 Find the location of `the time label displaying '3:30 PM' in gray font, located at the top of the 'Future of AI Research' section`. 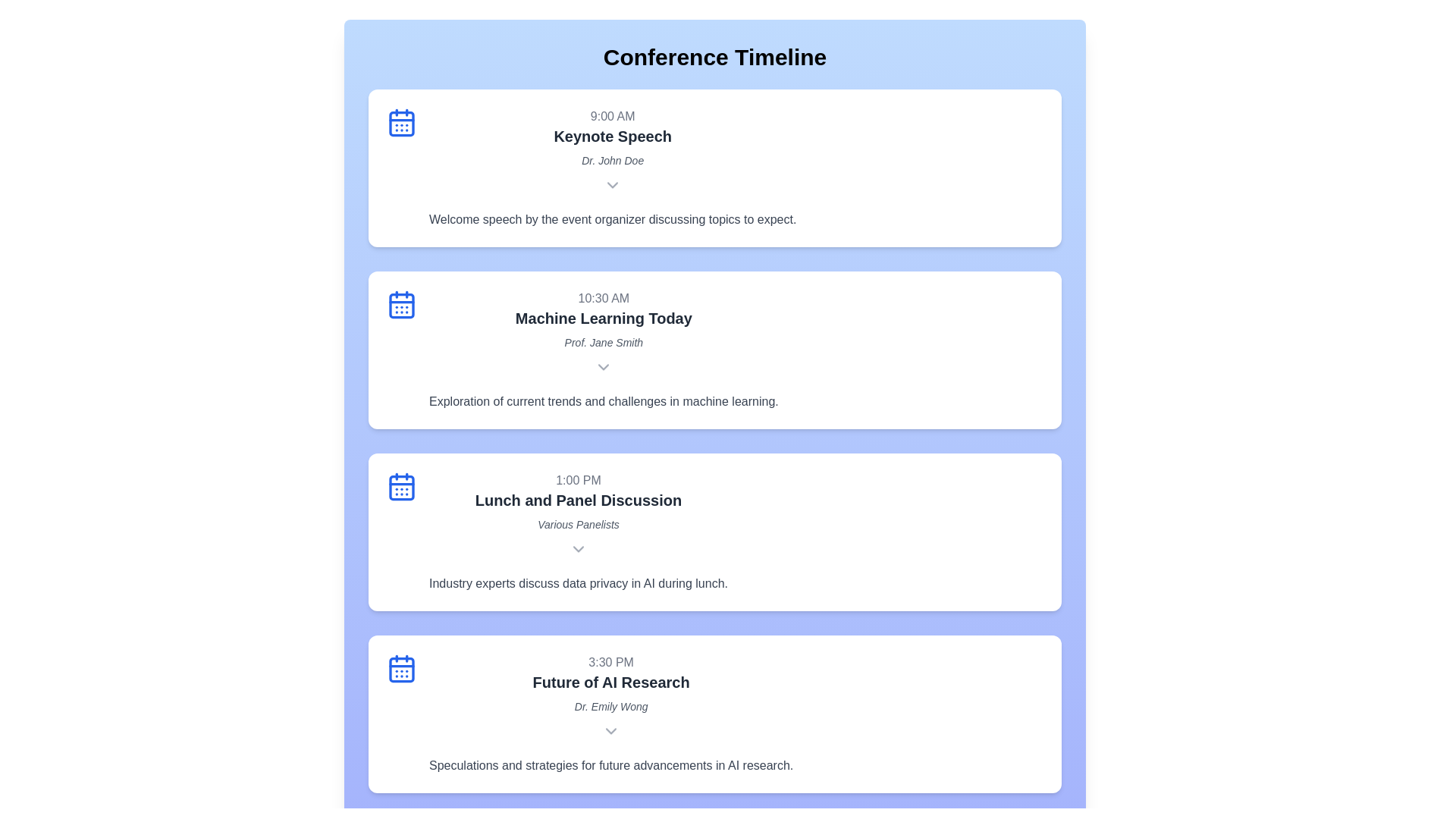

the time label displaying '3:30 PM' in gray font, located at the top of the 'Future of AI Research' section is located at coordinates (611, 662).